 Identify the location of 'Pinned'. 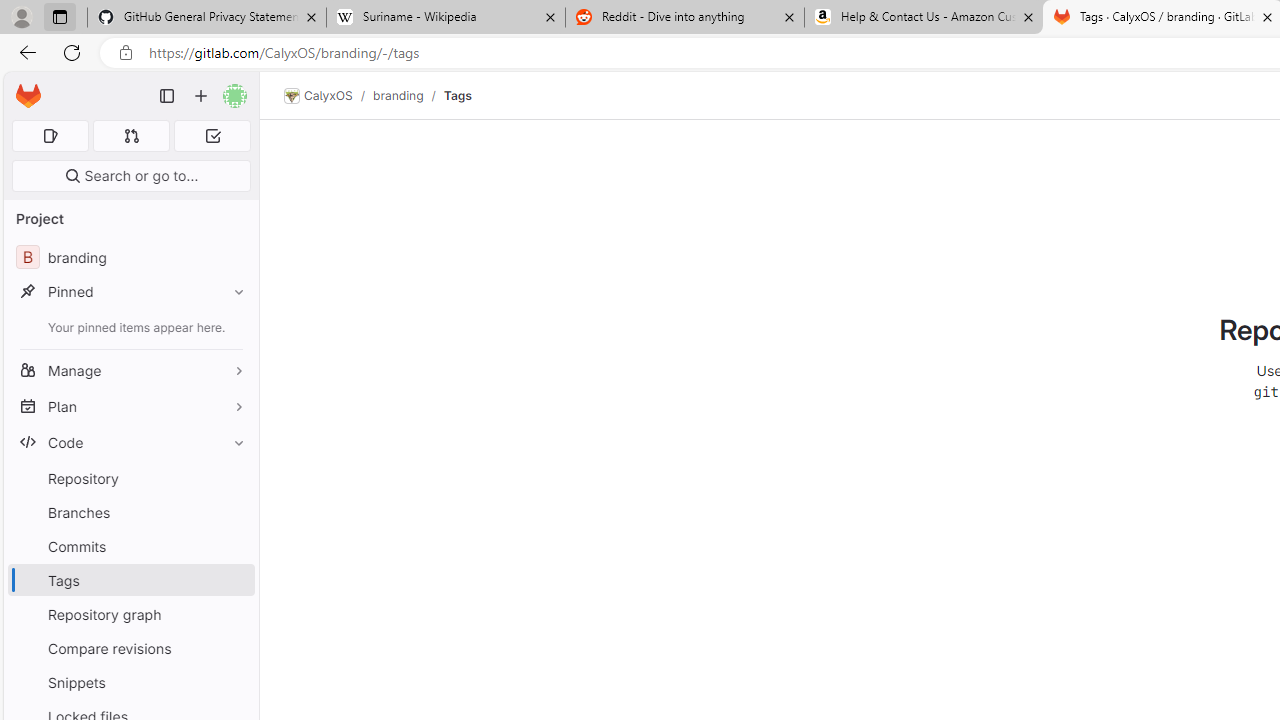
(130, 291).